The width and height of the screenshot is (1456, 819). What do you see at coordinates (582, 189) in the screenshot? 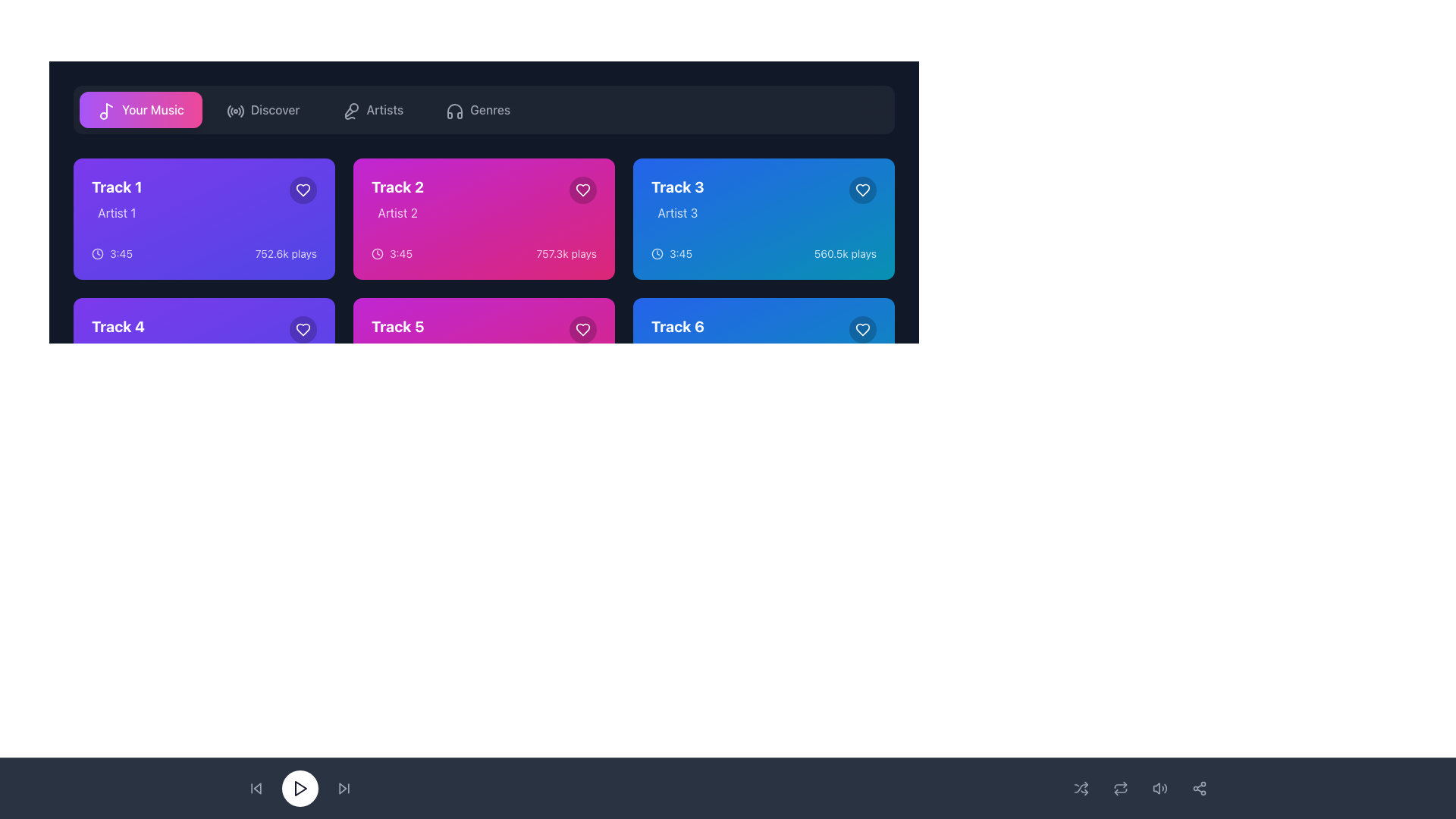
I see `the favorite button located in the top-right corner of the rectangle for 'Track 2' by 'Artist 2'` at bounding box center [582, 189].